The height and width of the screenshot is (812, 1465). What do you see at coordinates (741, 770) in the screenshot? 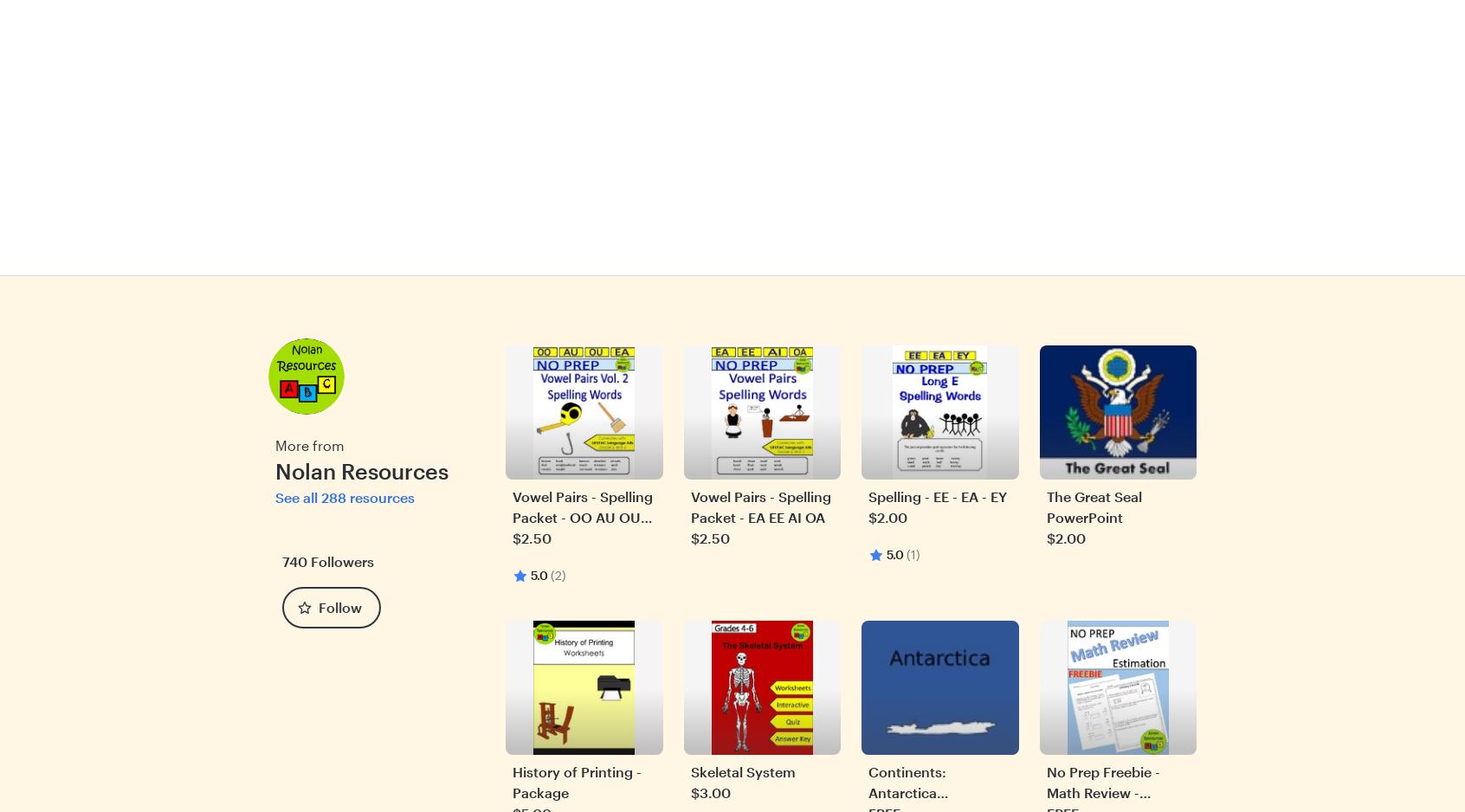
I see `'Skeletal System'` at bounding box center [741, 770].